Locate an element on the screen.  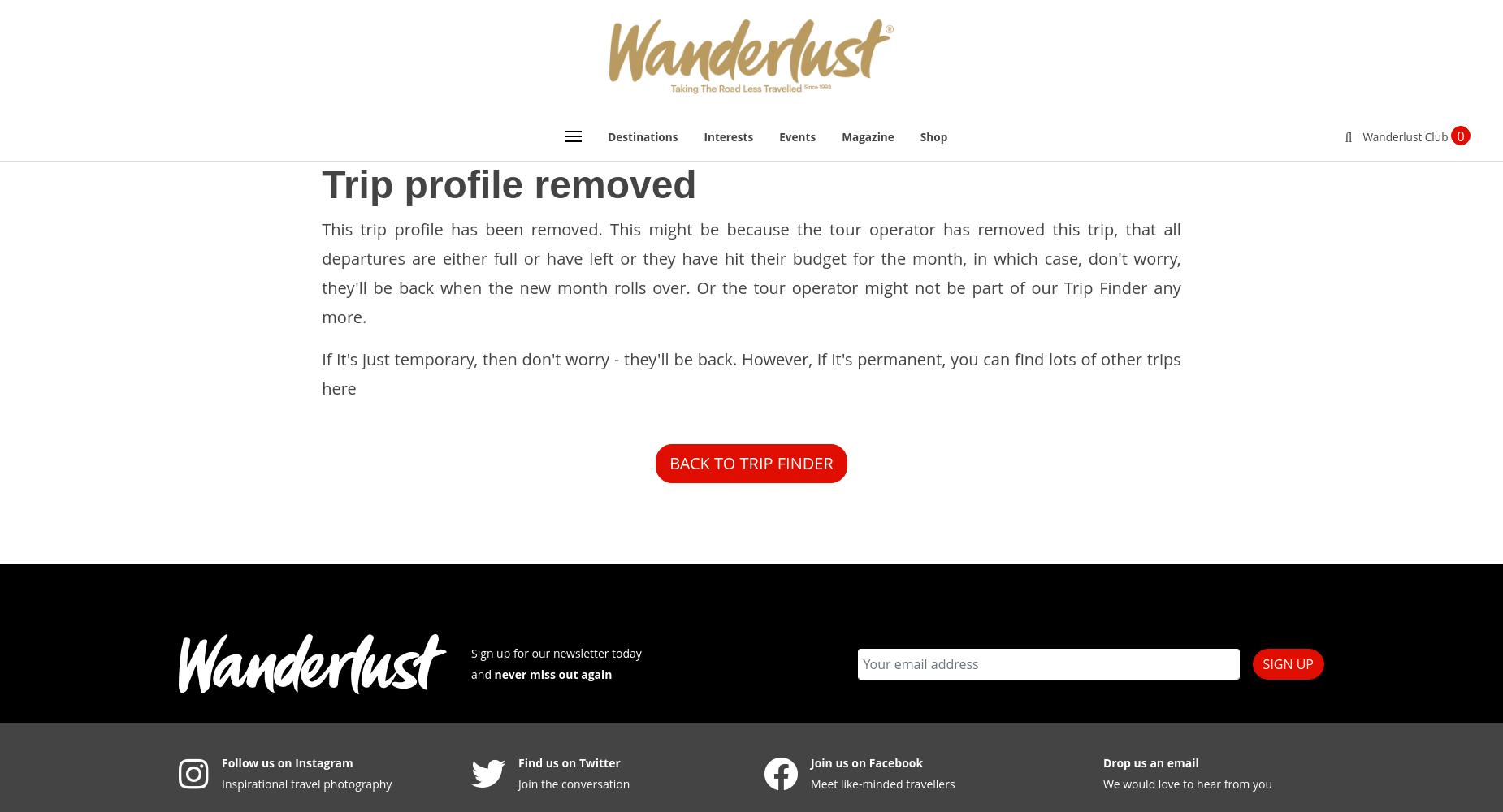
'Shop' is located at coordinates (933, 136).